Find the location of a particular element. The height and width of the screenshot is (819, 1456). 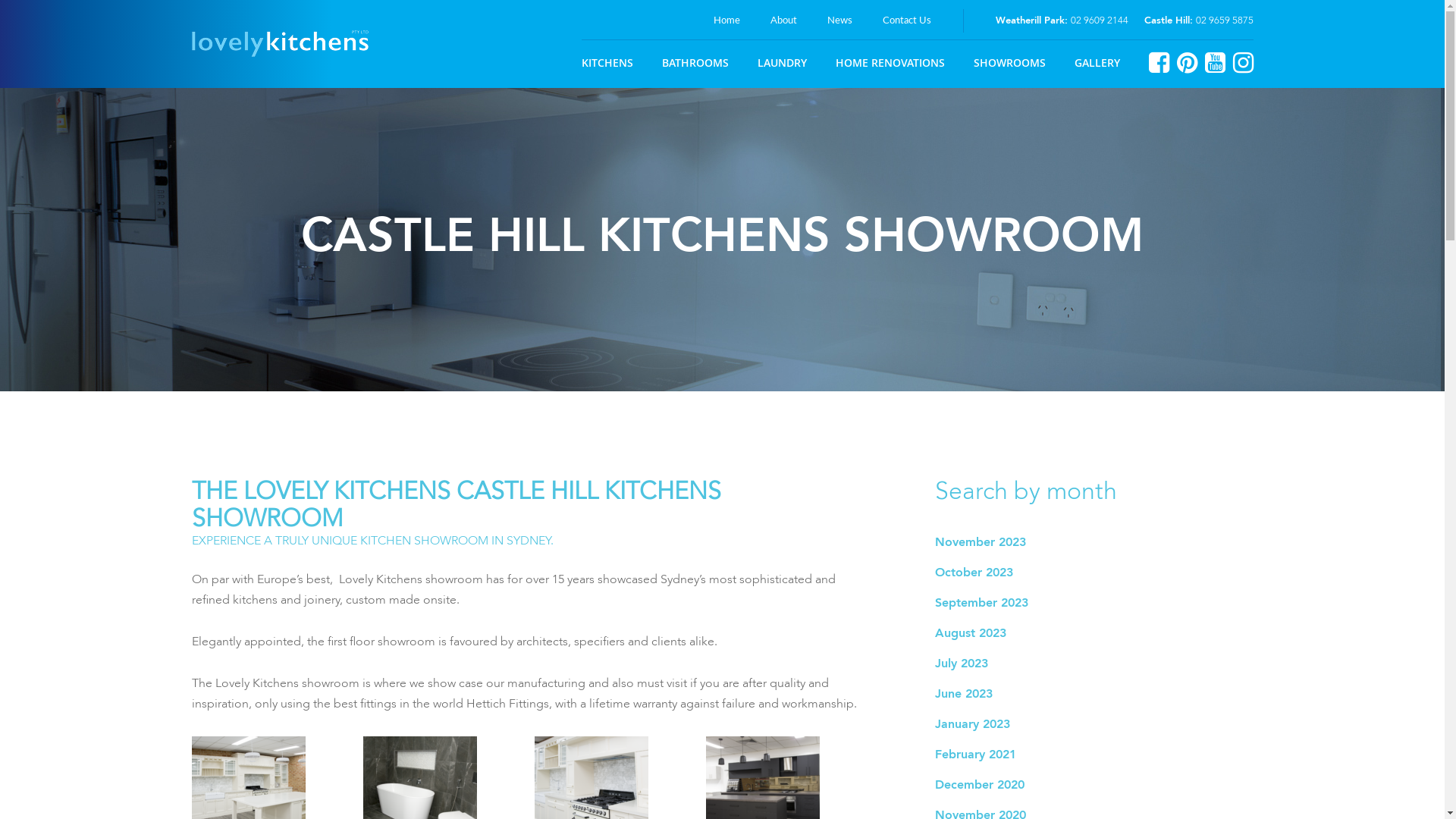

'February 2021' is located at coordinates (974, 755).